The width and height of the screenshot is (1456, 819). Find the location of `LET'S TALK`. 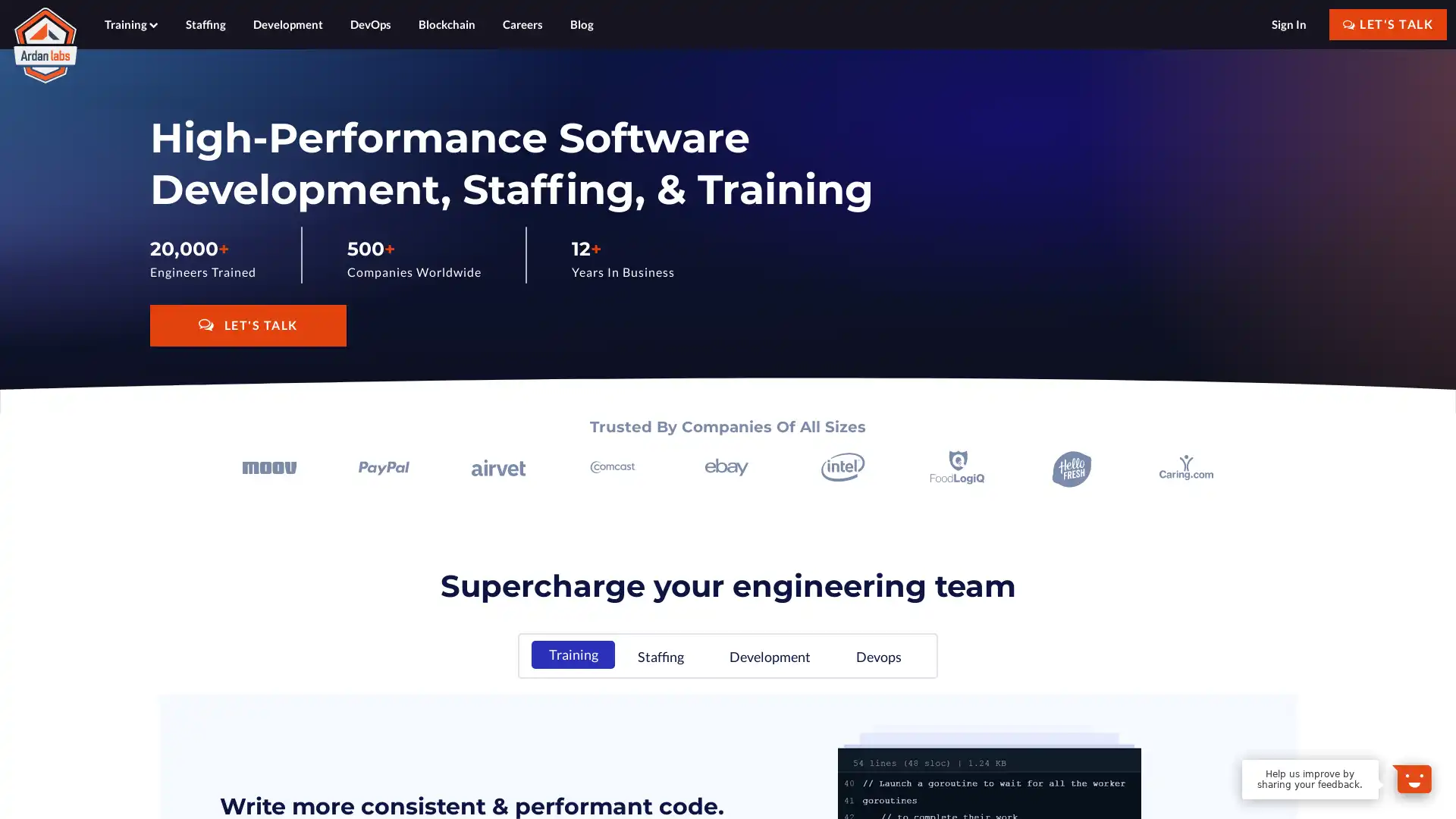

LET'S TALK is located at coordinates (1388, 24).